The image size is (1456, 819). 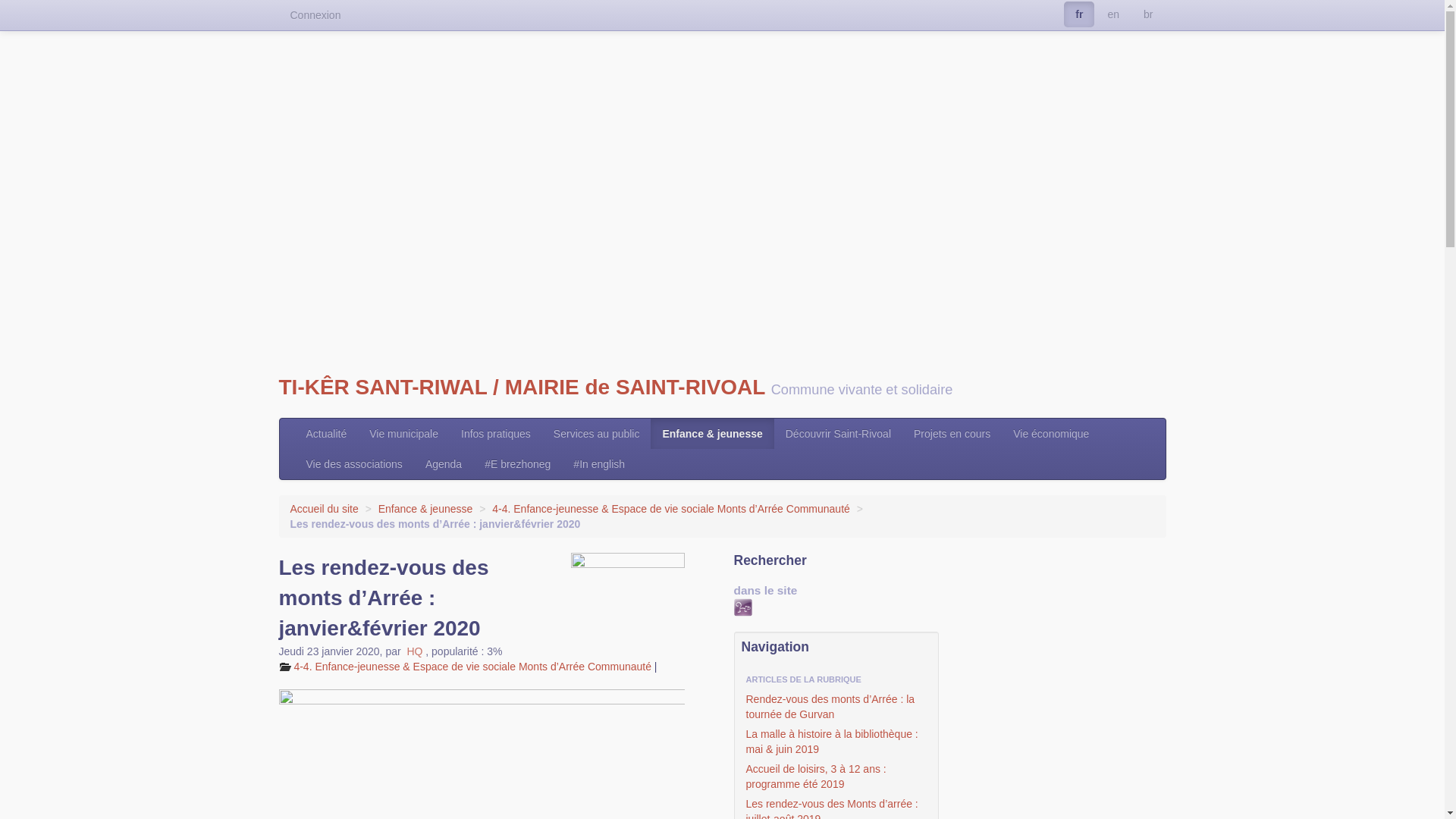 What do you see at coordinates (315, 14) in the screenshot?
I see `'Connexion'` at bounding box center [315, 14].